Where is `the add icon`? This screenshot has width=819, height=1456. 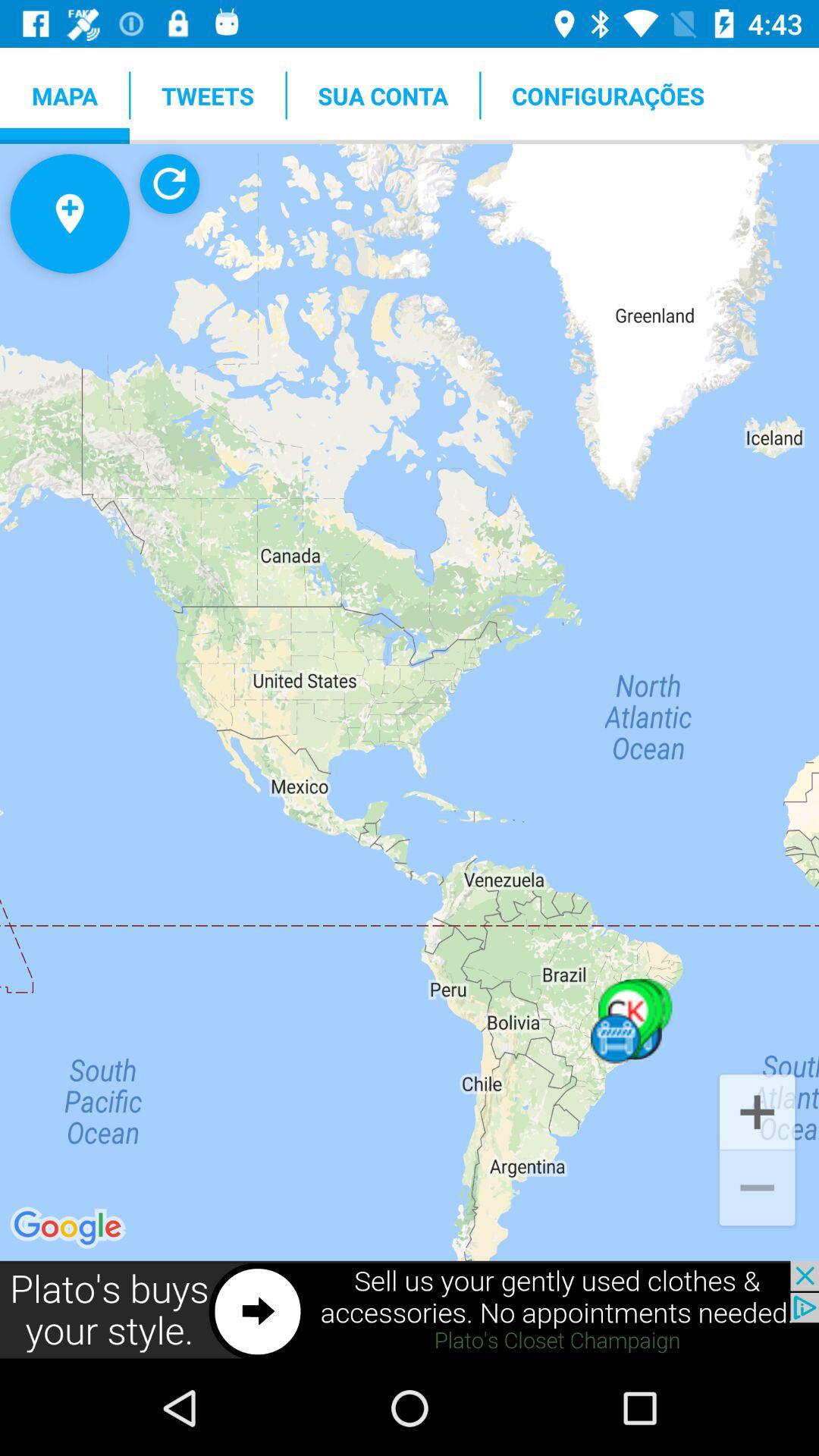 the add icon is located at coordinates (757, 1110).